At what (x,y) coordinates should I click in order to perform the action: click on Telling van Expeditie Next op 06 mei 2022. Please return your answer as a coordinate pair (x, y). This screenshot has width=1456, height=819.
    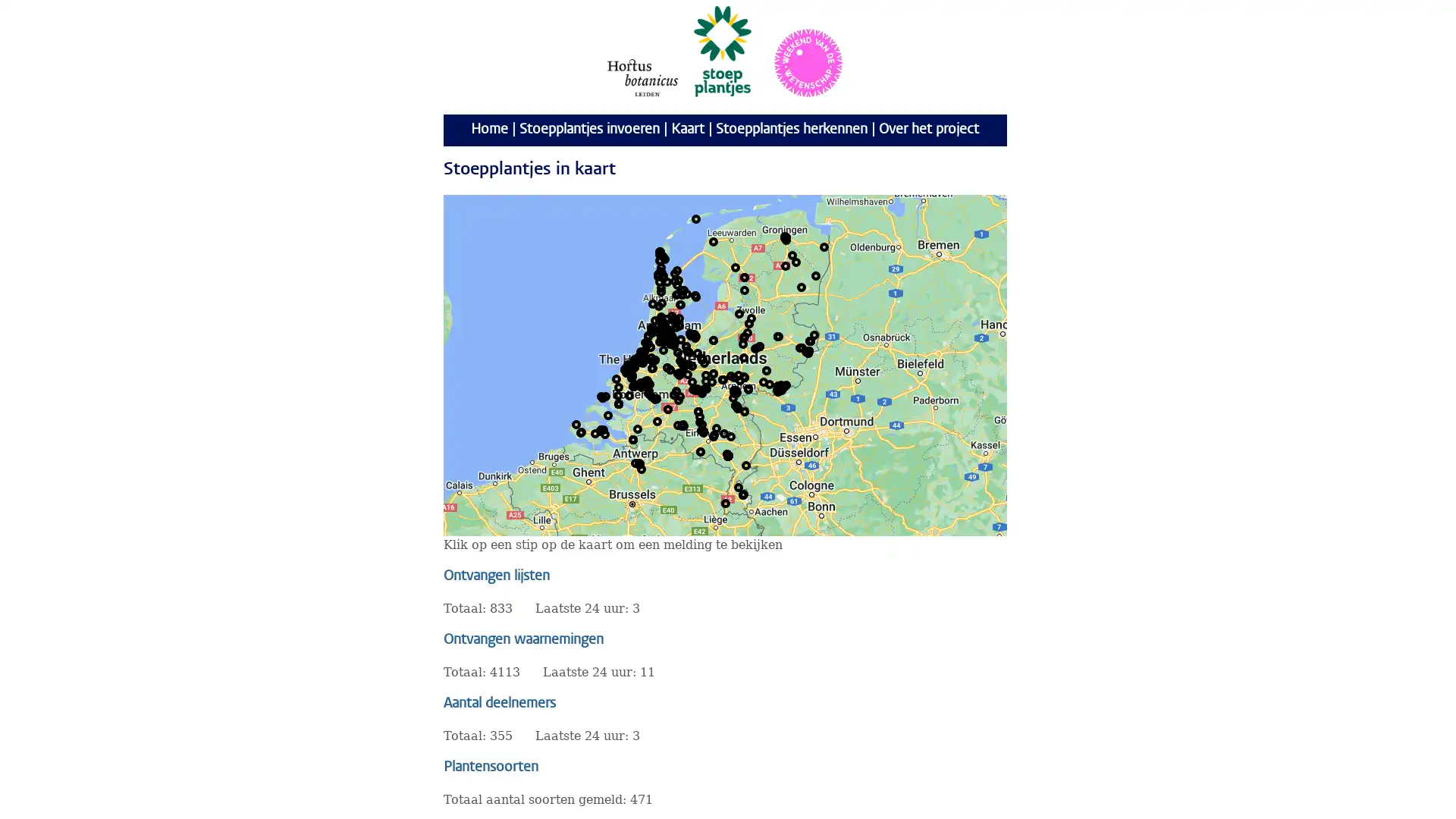
    Looking at the image, I should click on (712, 240).